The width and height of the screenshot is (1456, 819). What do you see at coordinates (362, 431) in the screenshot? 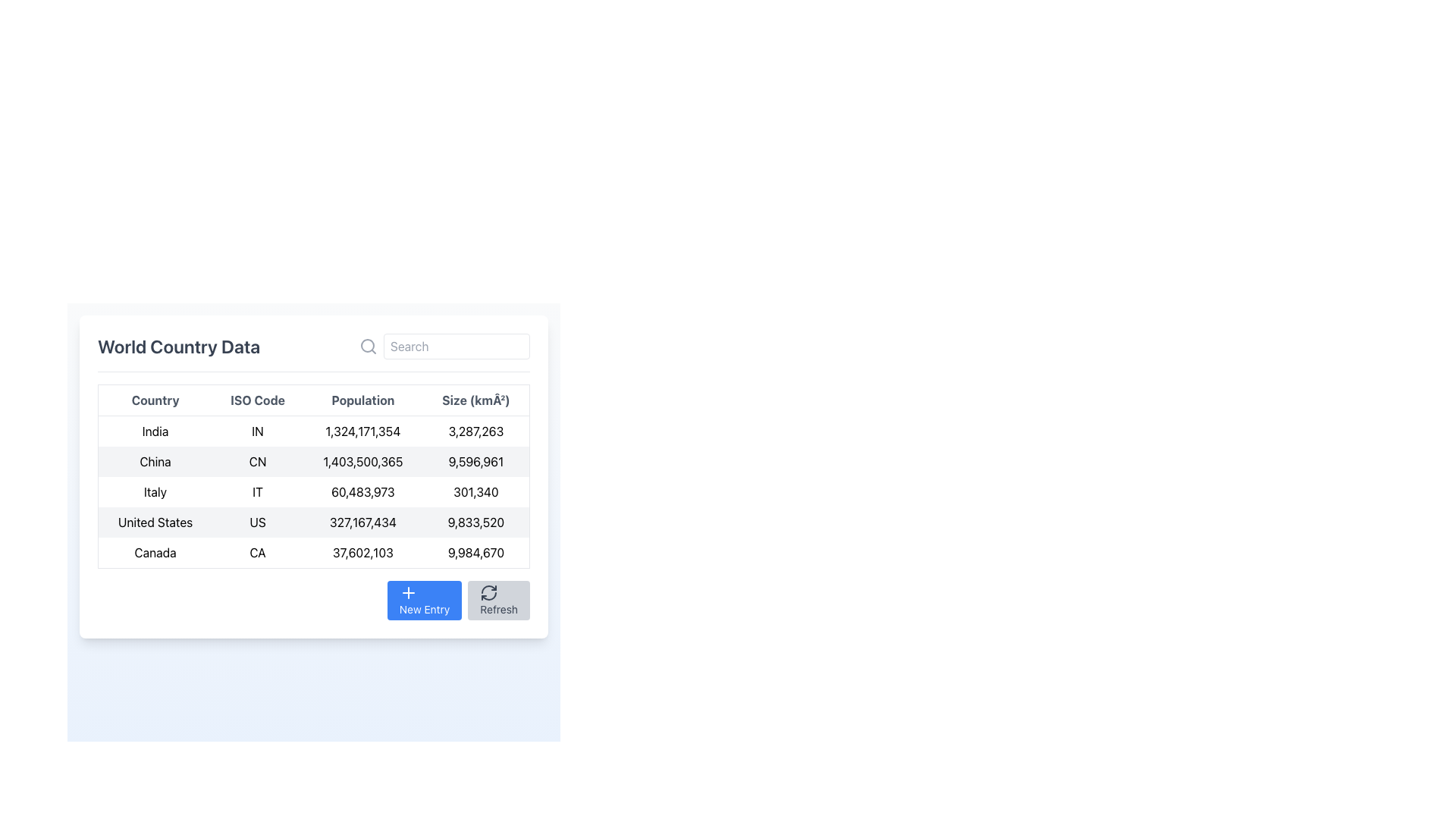
I see `the Text Display element showing the numeric value '1,324,171,354' in the 'Population' column for 'India' within the 'World Country Data' table` at bounding box center [362, 431].